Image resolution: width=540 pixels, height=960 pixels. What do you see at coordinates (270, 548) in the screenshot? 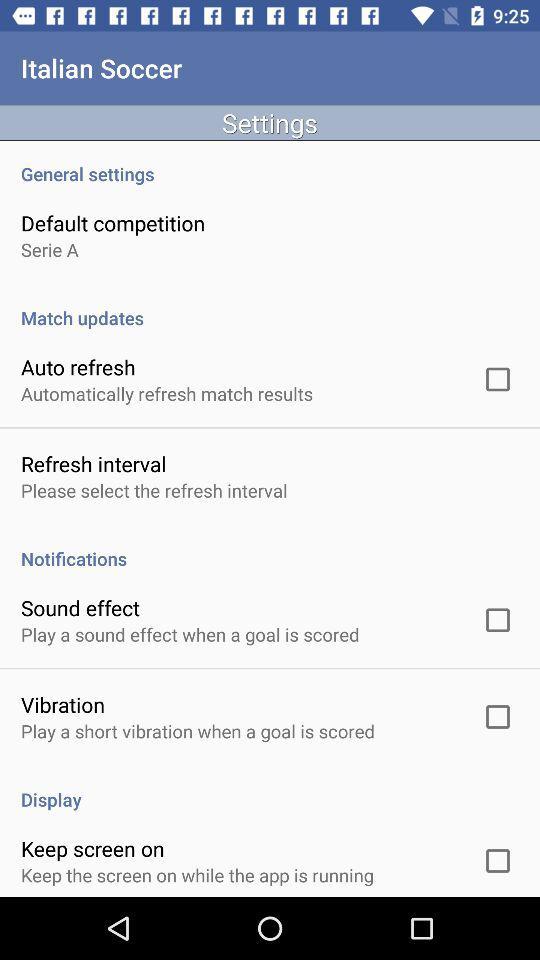
I see `item below please select the item` at bounding box center [270, 548].